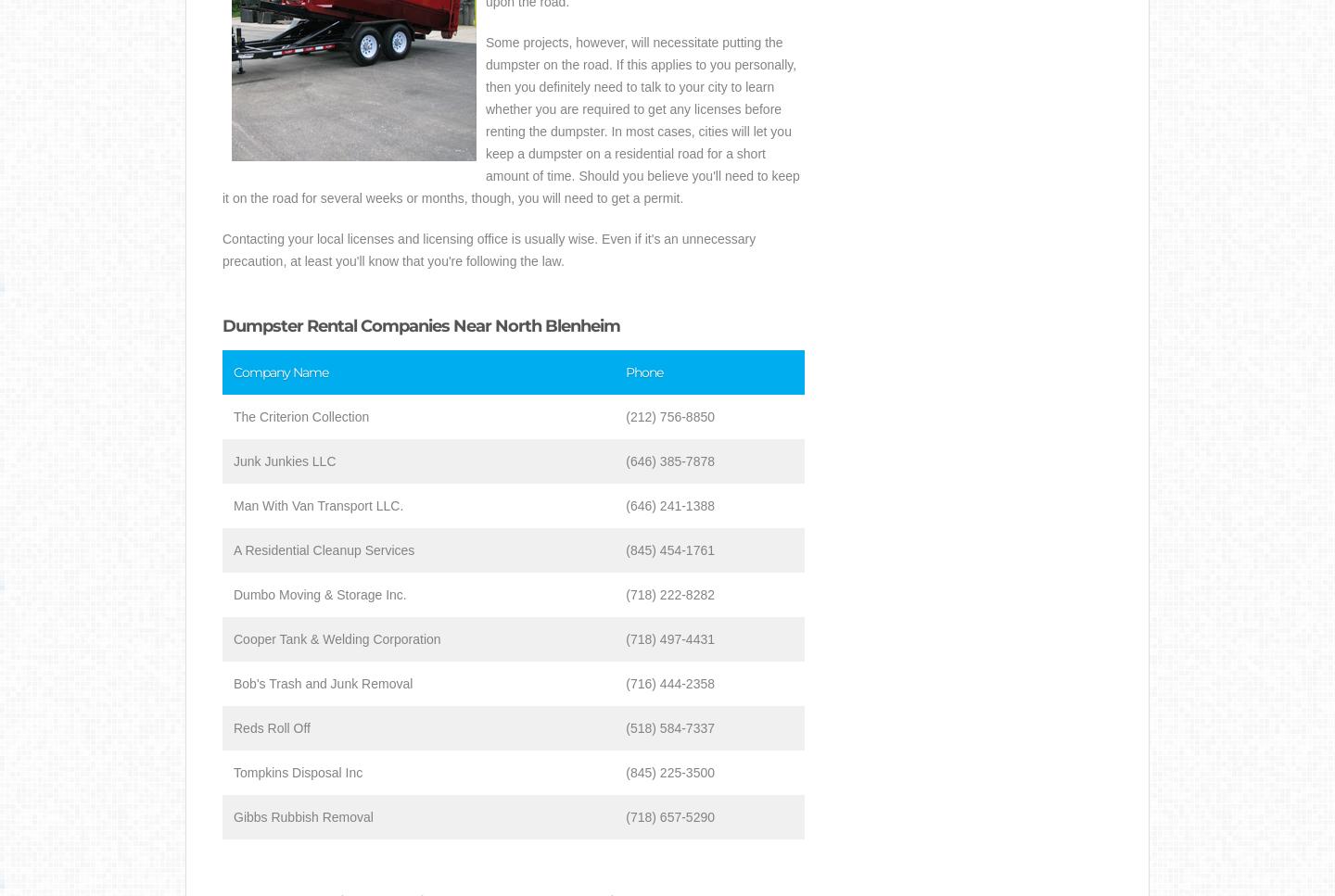 The height and width of the screenshot is (896, 1335). Describe the element at coordinates (669, 461) in the screenshot. I see `'(646) 385-7878'` at that location.